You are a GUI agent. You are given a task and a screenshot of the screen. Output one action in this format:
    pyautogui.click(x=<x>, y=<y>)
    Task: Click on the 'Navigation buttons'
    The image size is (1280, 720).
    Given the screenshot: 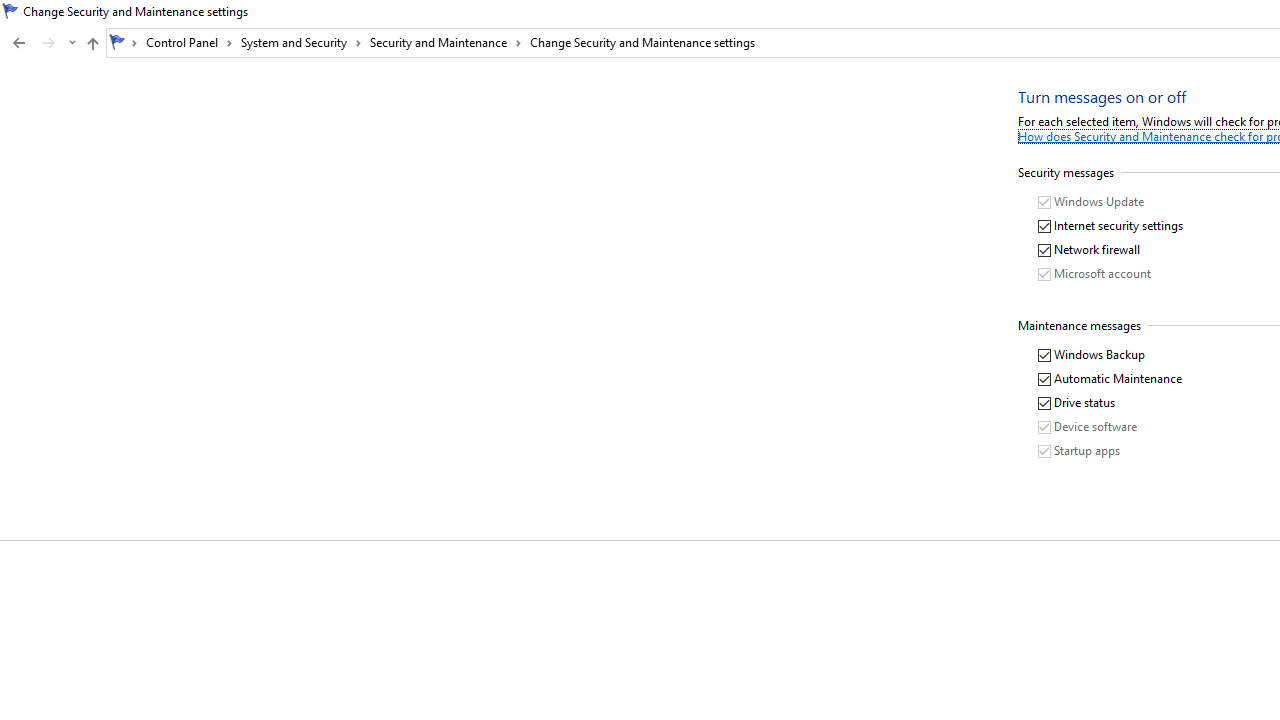 What is the action you would take?
    pyautogui.click(x=42, y=43)
    